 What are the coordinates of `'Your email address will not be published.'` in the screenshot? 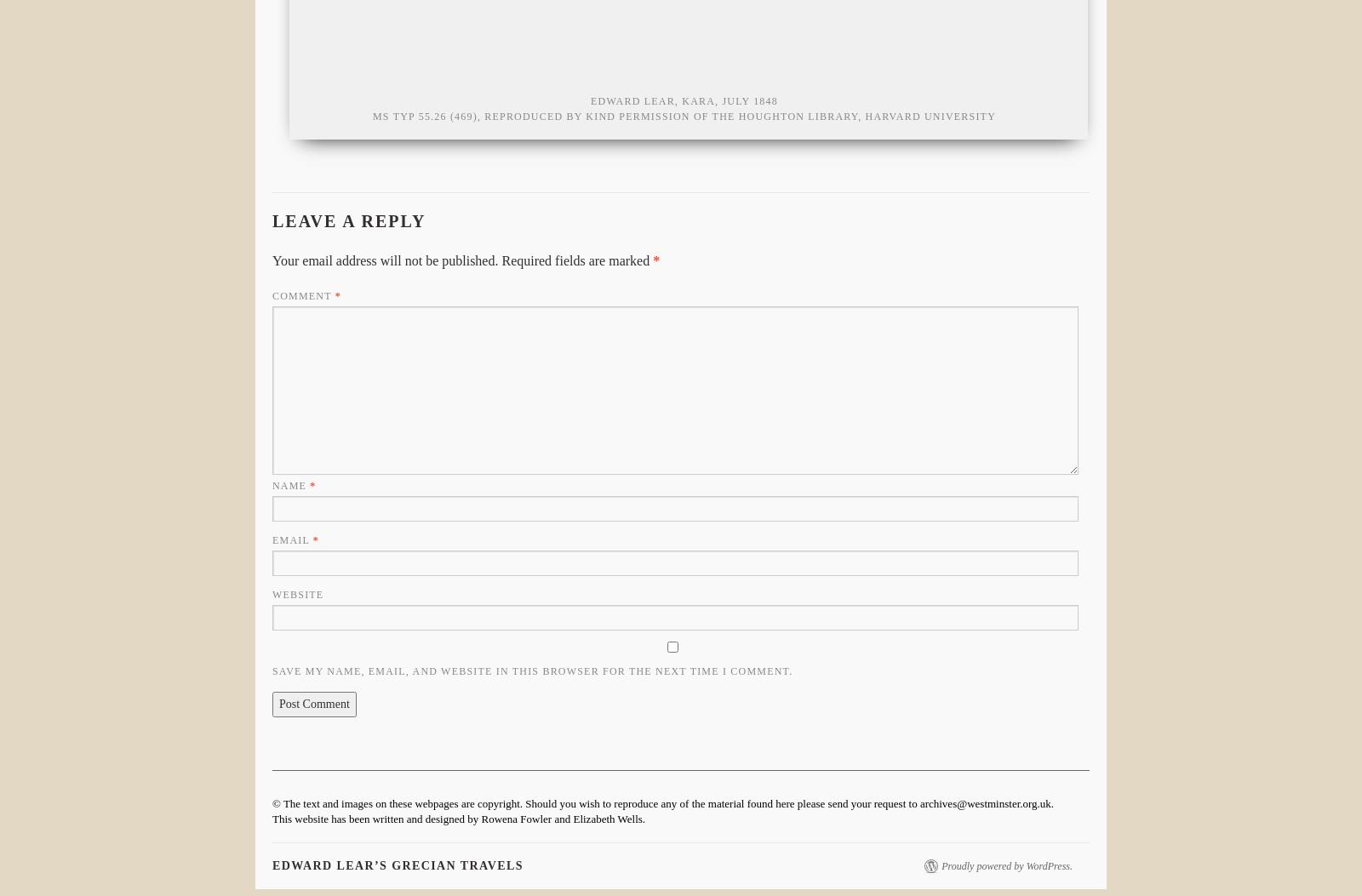 It's located at (272, 260).